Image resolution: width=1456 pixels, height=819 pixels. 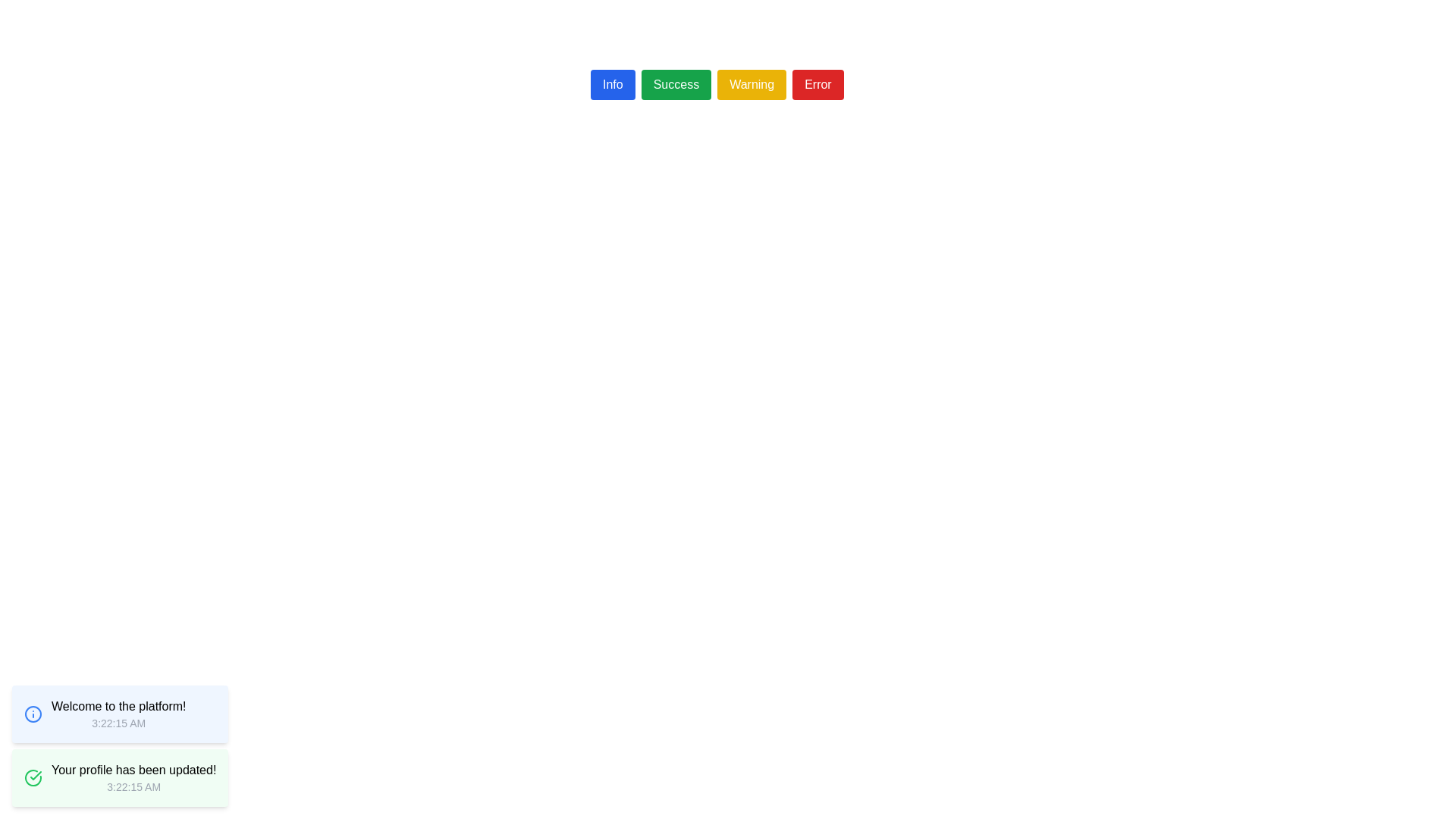 I want to click on the blue 'Info' button with white text, which is the first in a horizontal sequence of buttons, so click(x=613, y=84).